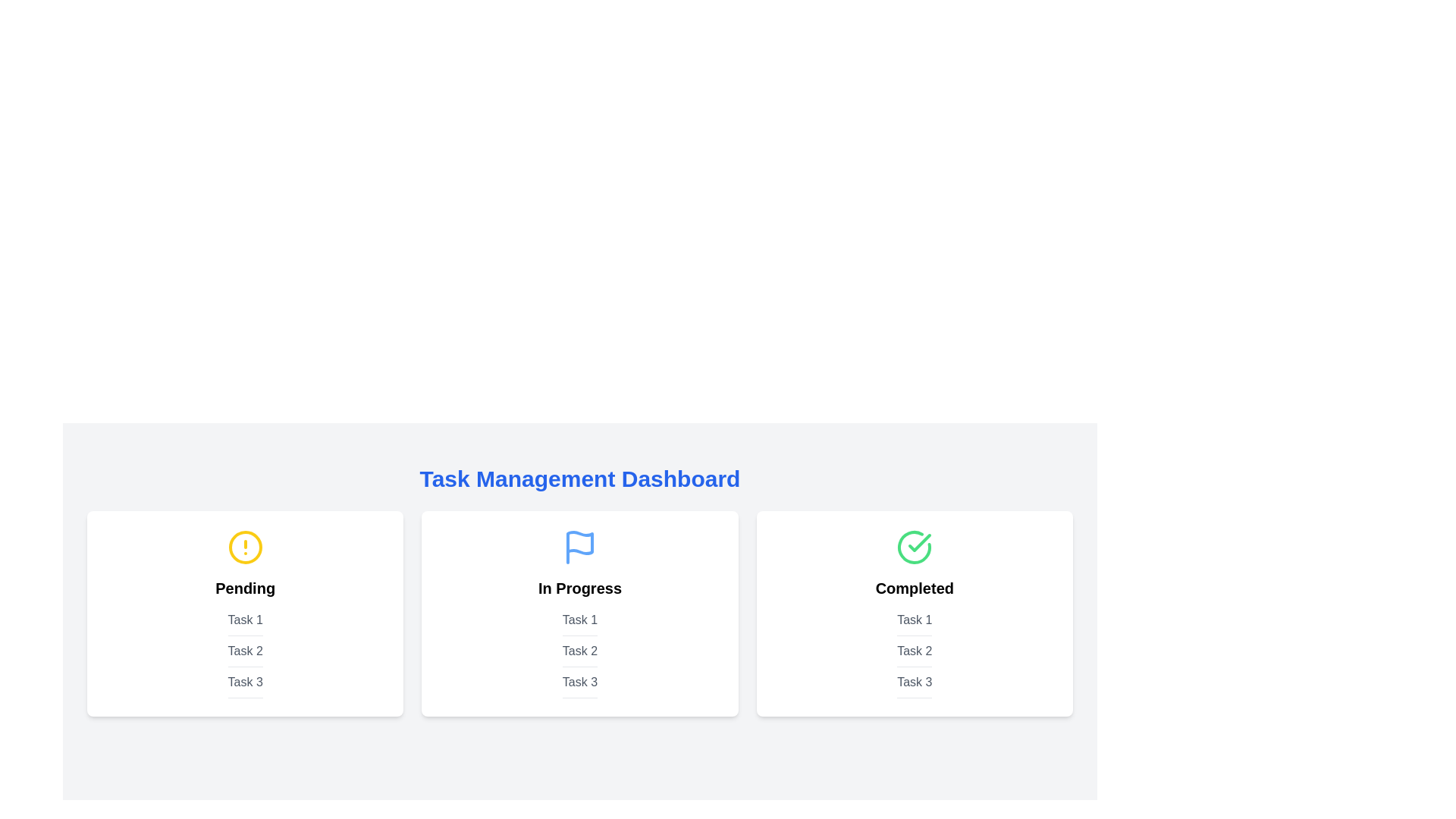  What do you see at coordinates (245, 654) in the screenshot?
I see `the second task label in the 'Pending' category of the task management dashboard` at bounding box center [245, 654].